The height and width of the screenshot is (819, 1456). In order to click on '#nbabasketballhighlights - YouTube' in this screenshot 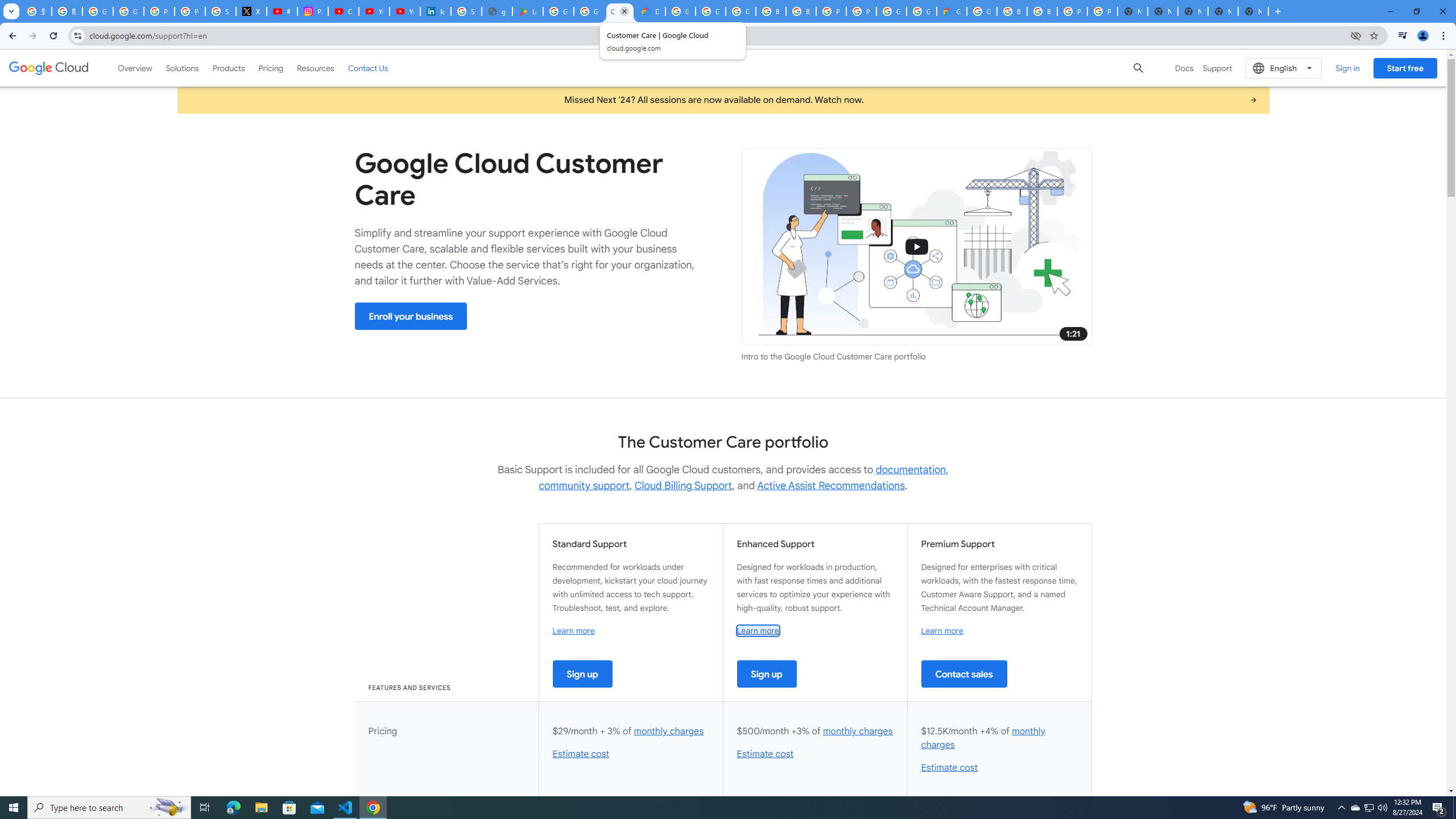, I will do `click(282, 11)`.